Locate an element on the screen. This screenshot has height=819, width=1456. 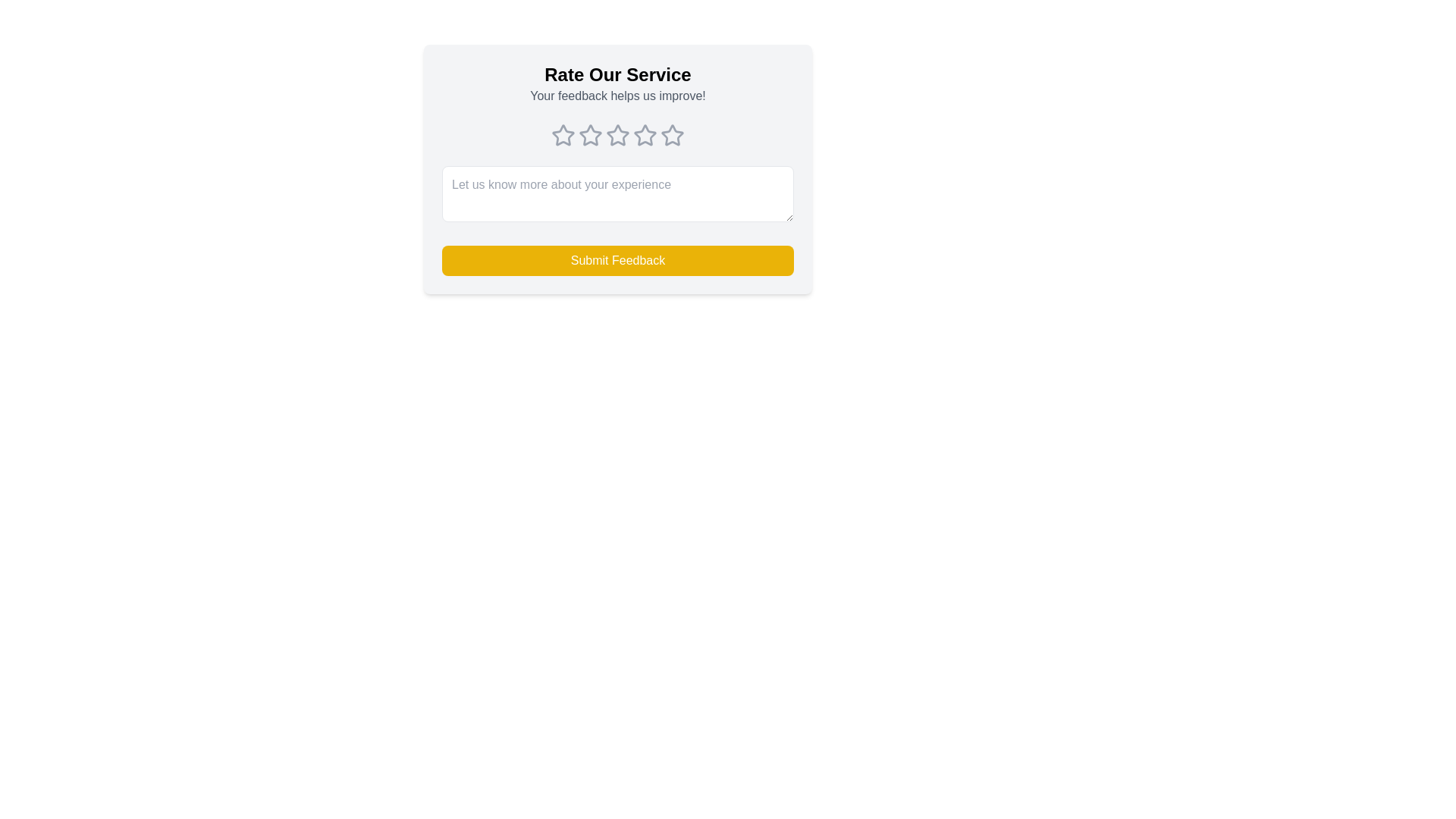
the second star in the 5-star rating system is located at coordinates (589, 134).